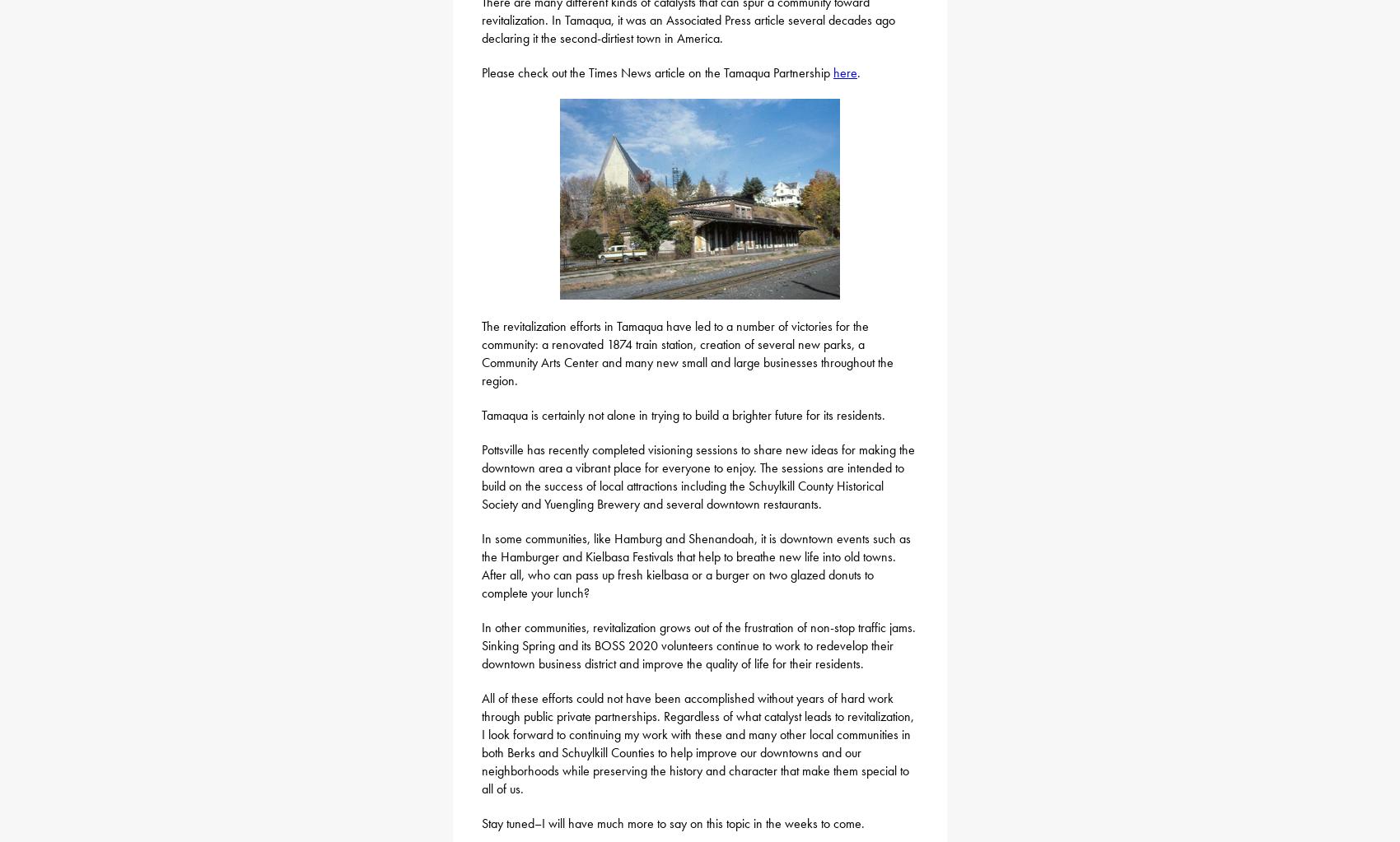 This screenshot has height=842, width=1400. I want to click on 'Stay tuned–I will have much more to say on this topic in the weeks to come.', so click(672, 822).